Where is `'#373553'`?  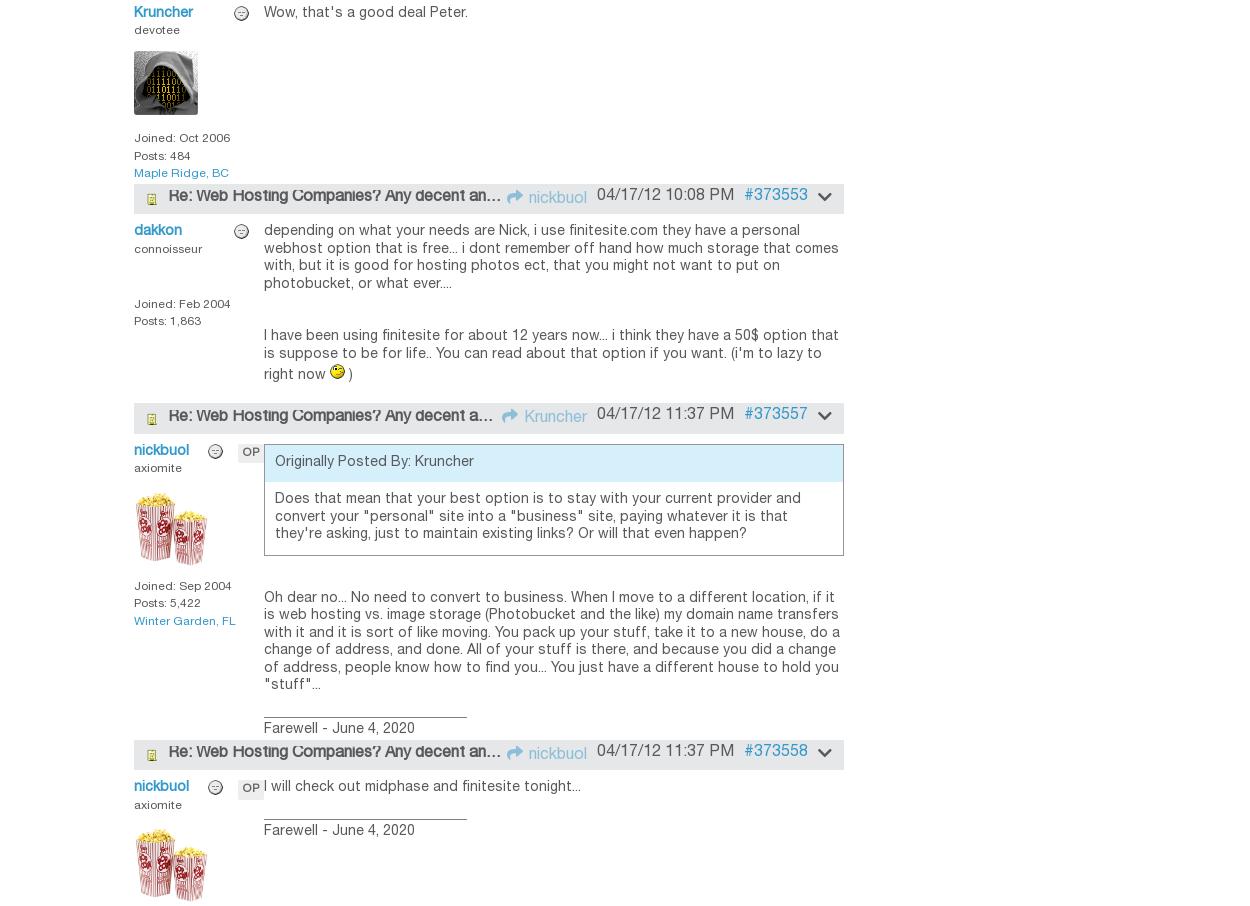 '#373553' is located at coordinates (775, 194).